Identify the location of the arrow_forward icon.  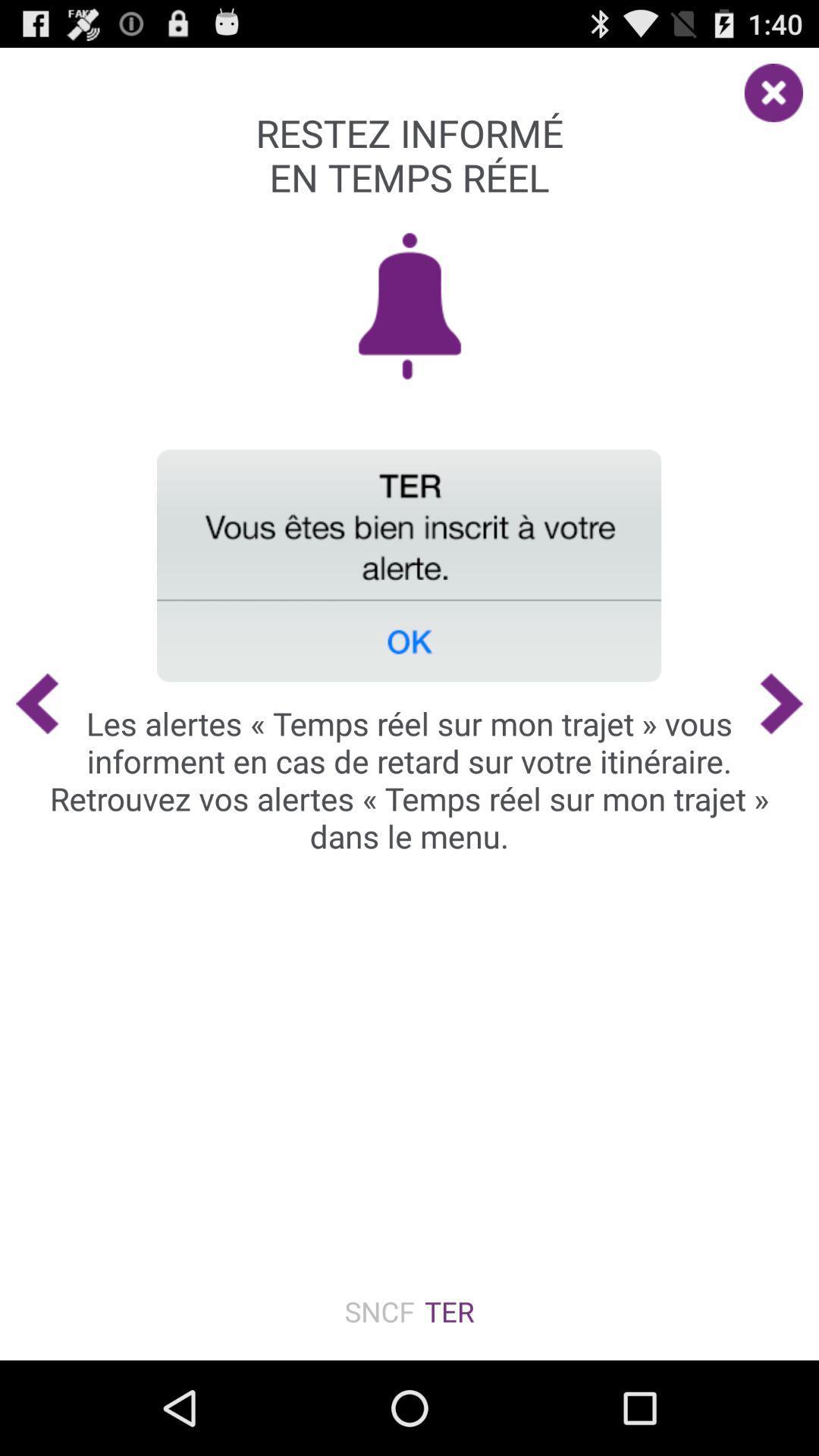
(789, 753).